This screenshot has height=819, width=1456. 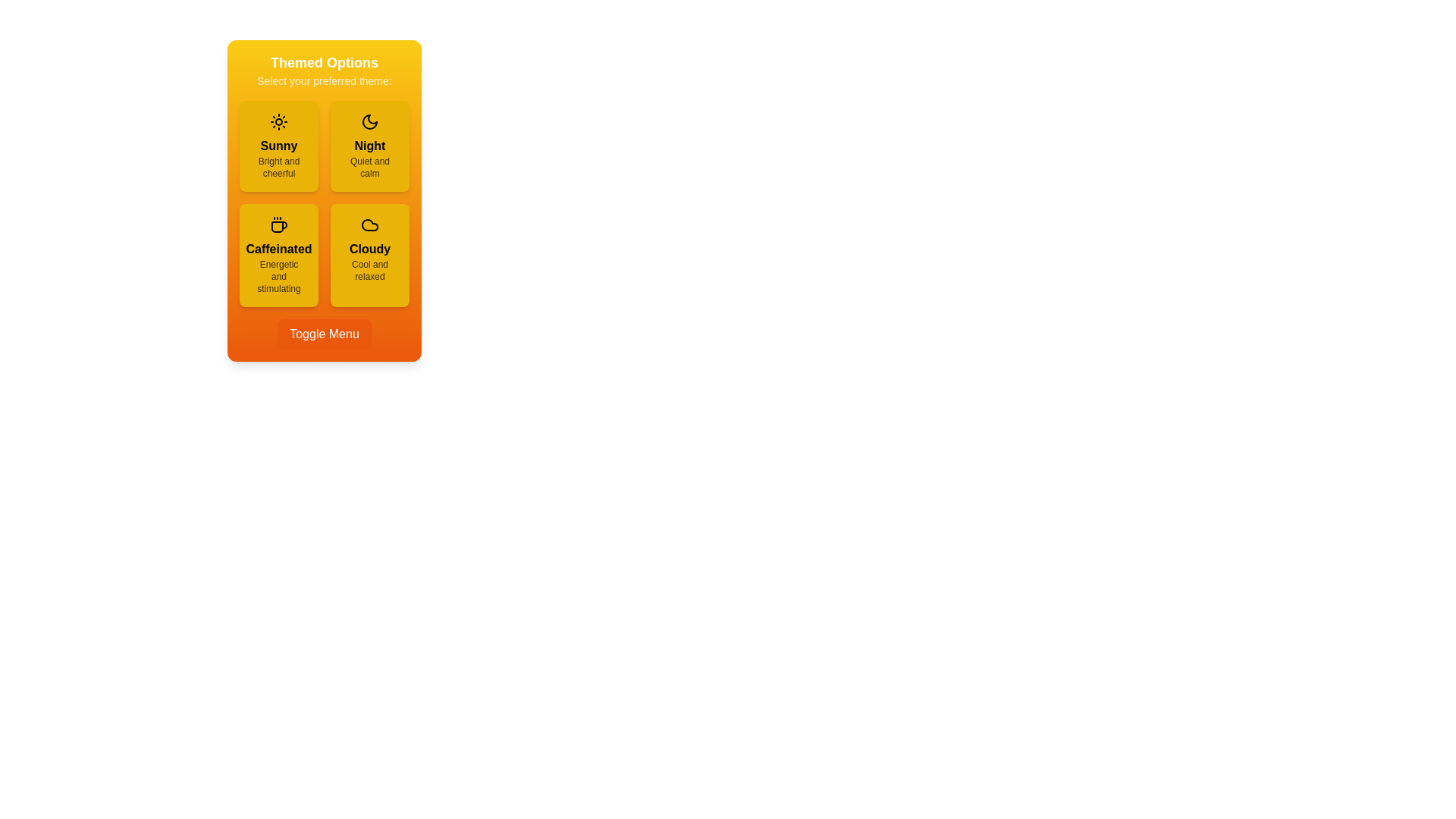 I want to click on the 'Toggle Menu' button to toggle the dropdown menu's state, so click(x=323, y=333).